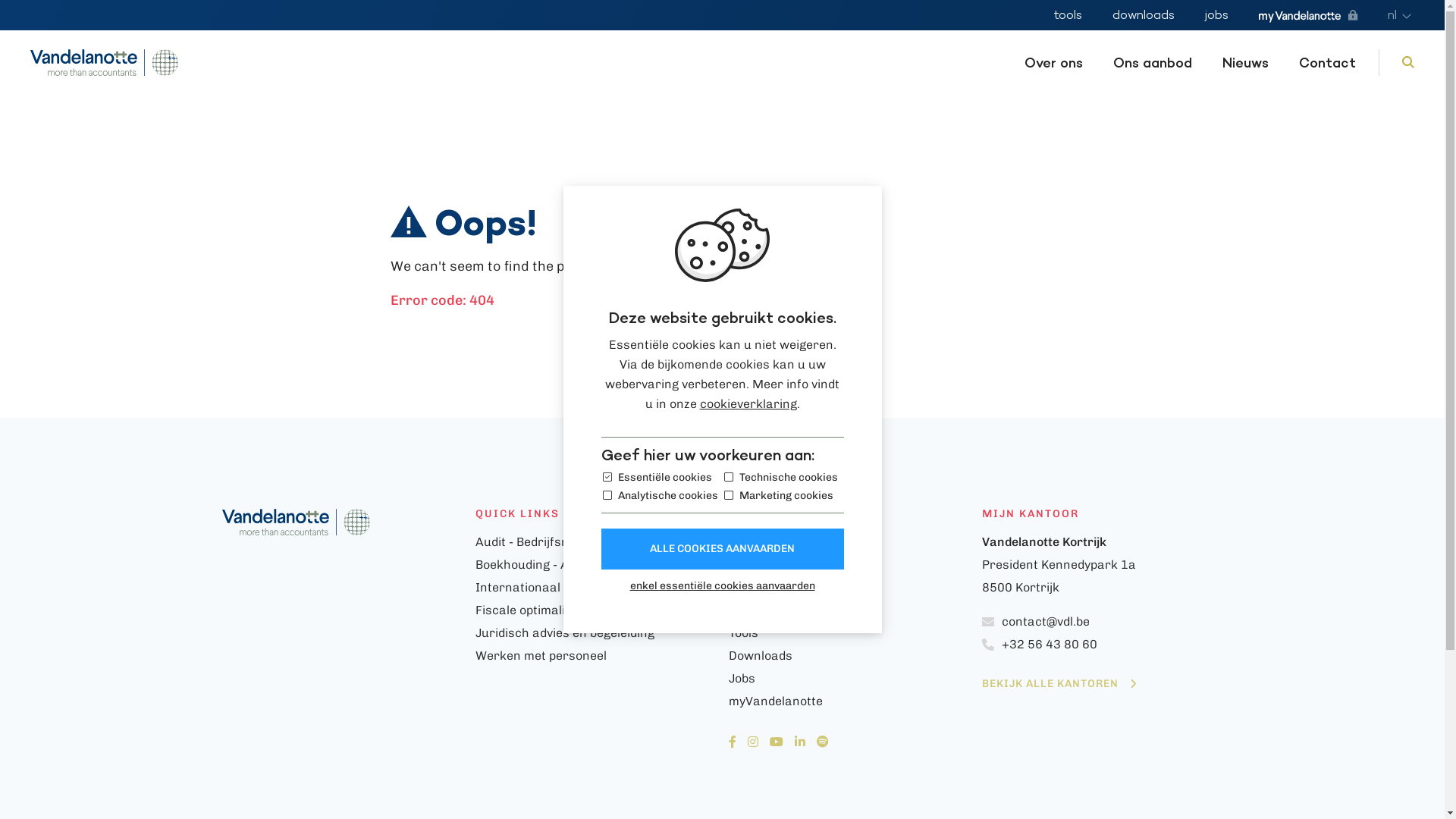 The image size is (1456, 819). I want to click on 'Over ons', so click(1053, 61).